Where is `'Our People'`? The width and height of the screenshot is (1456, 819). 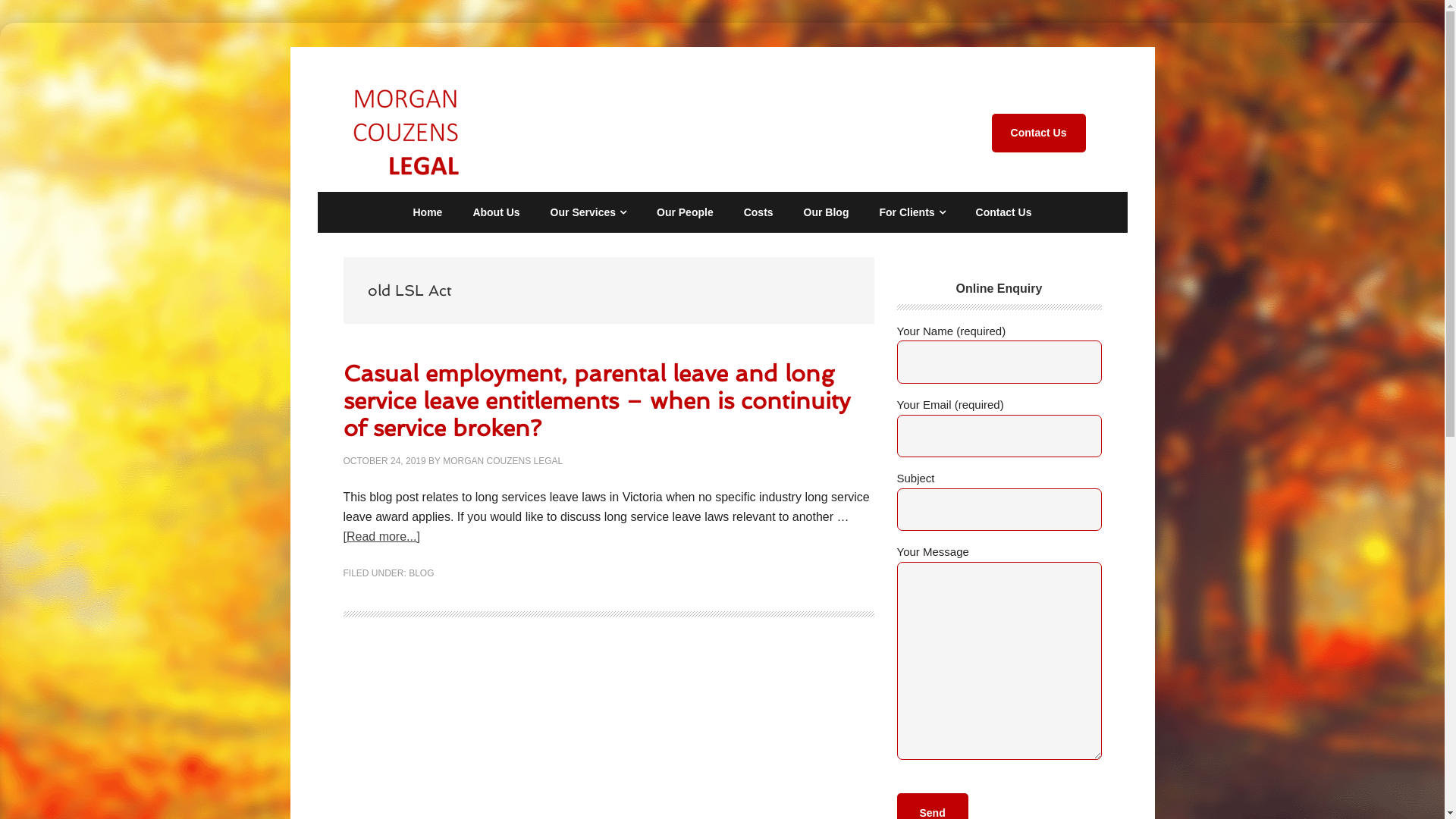
'Our People' is located at coordinates (684, 212).